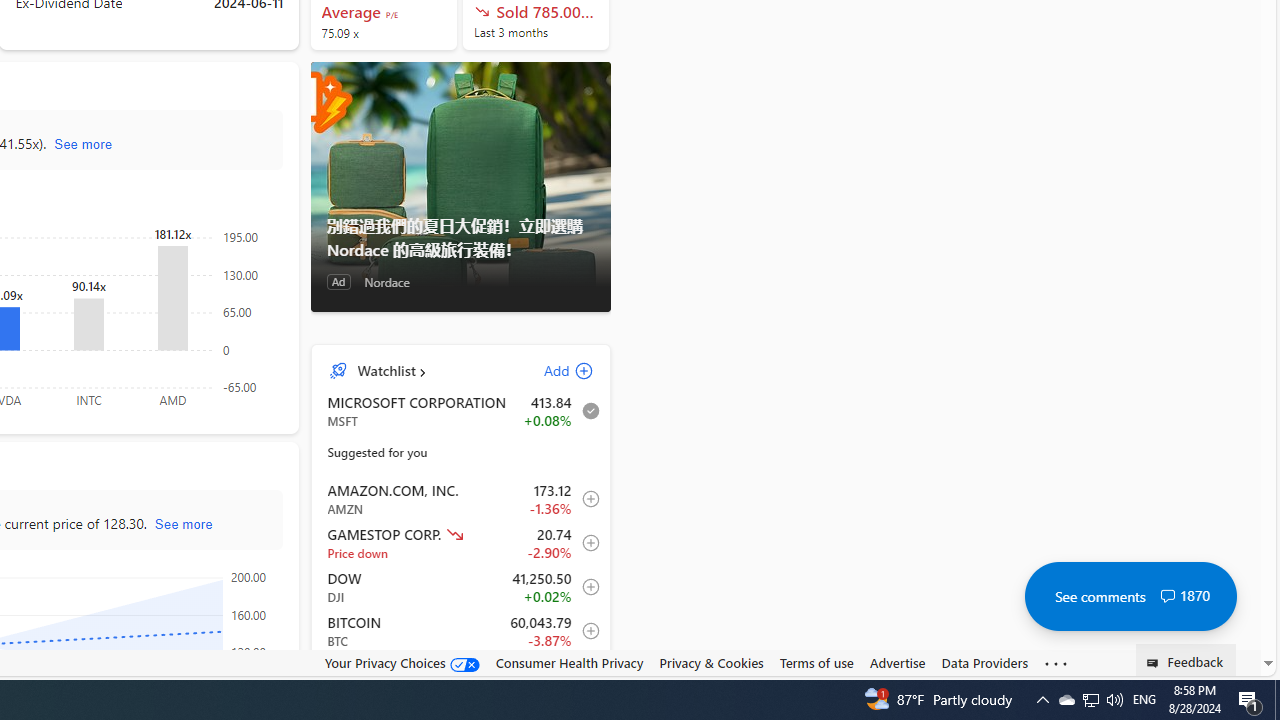  Describe the element at coordinates (1130, 595) in the screenshot. I see `'See comments 1870'` at that location.